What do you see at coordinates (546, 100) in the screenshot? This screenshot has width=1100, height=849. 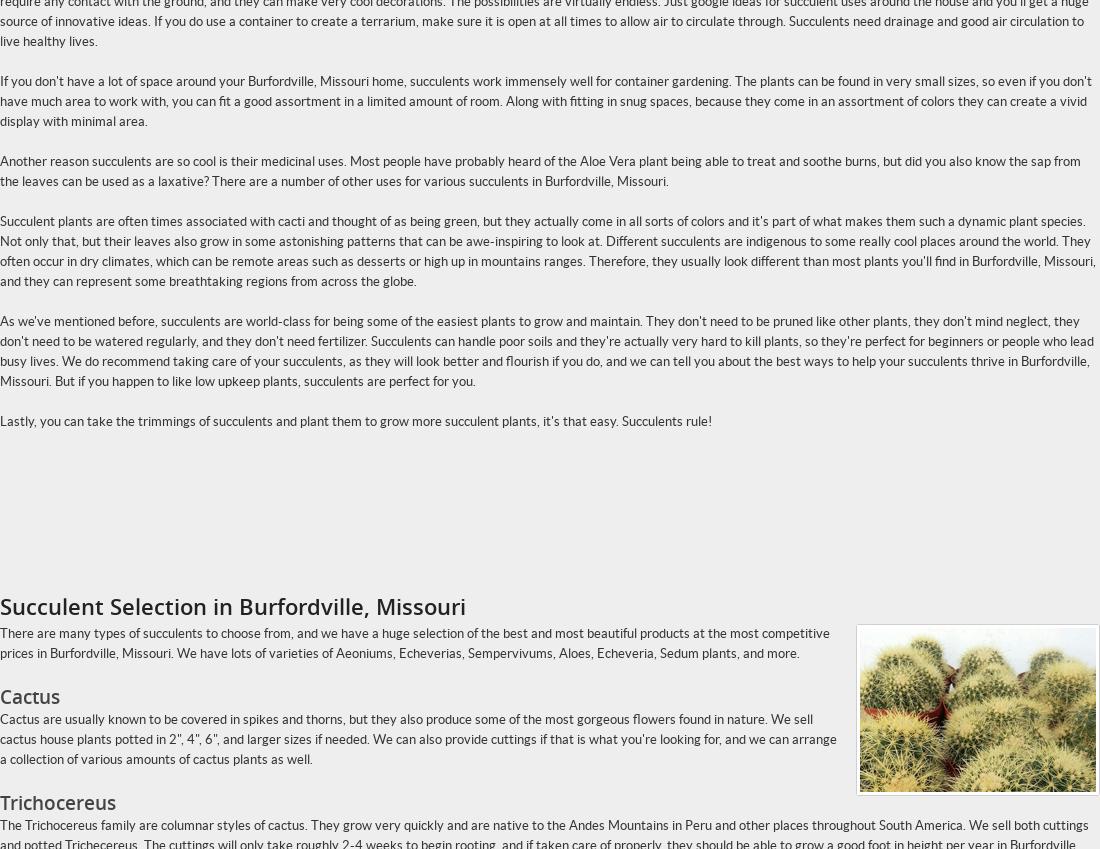 I see `'If you don't have a lot of space around your Burfordville, Missouri home, succulents work immensely well for container gardening. The plants can be found in very small sizes, so even if you don't have much area to work with, you can fit a good assortment in a limited amount of room. Along with fitting in snug spaces, because they come in an assortment of colors they can create a vivid display with minimal area.'` at bounding box center [546, 100].